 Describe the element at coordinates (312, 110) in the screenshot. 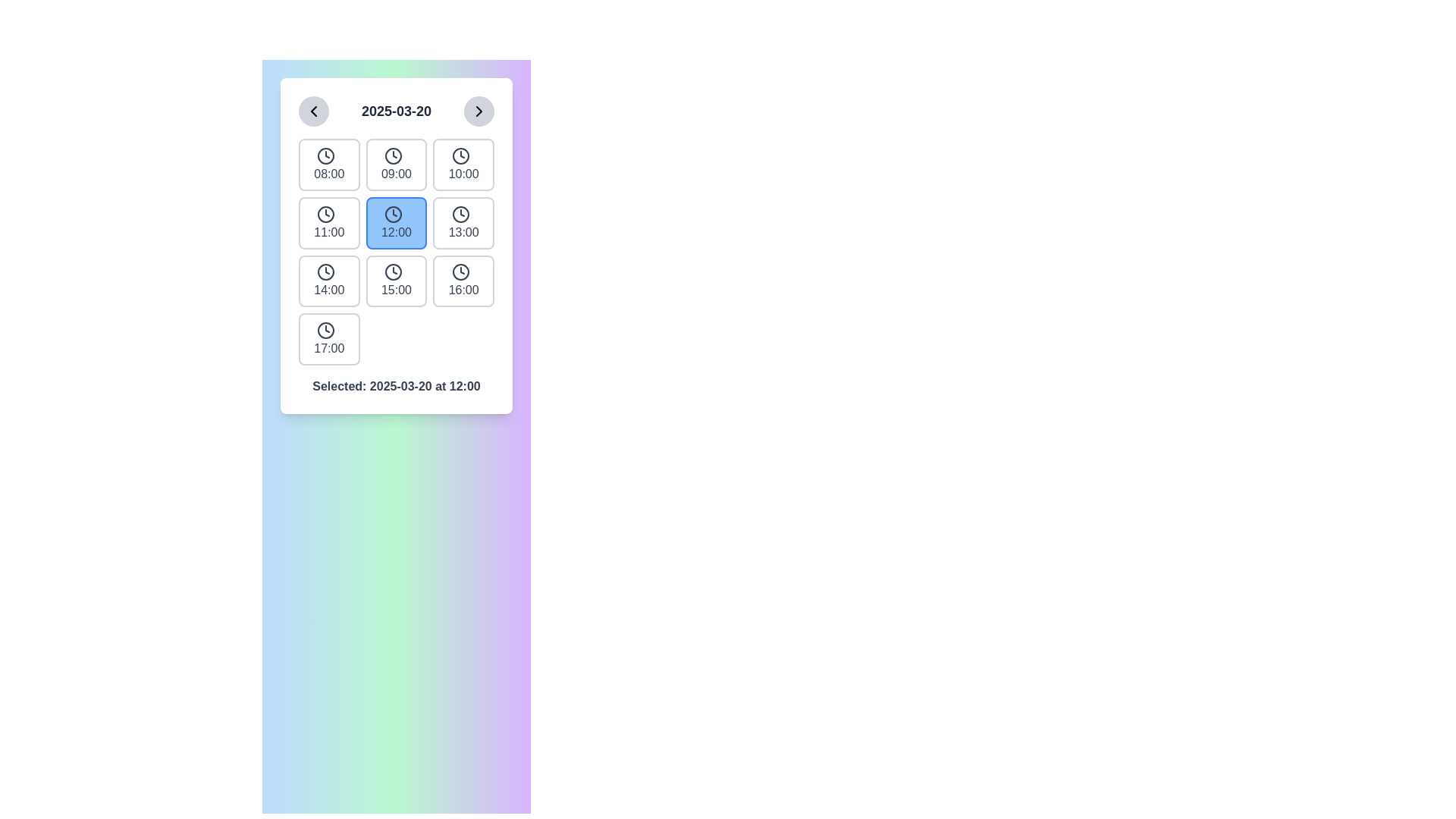

I see `the left-pointing chevron arrow icon located within the rounded rectangular button in the top-left corner of the date selection interface` at that location.